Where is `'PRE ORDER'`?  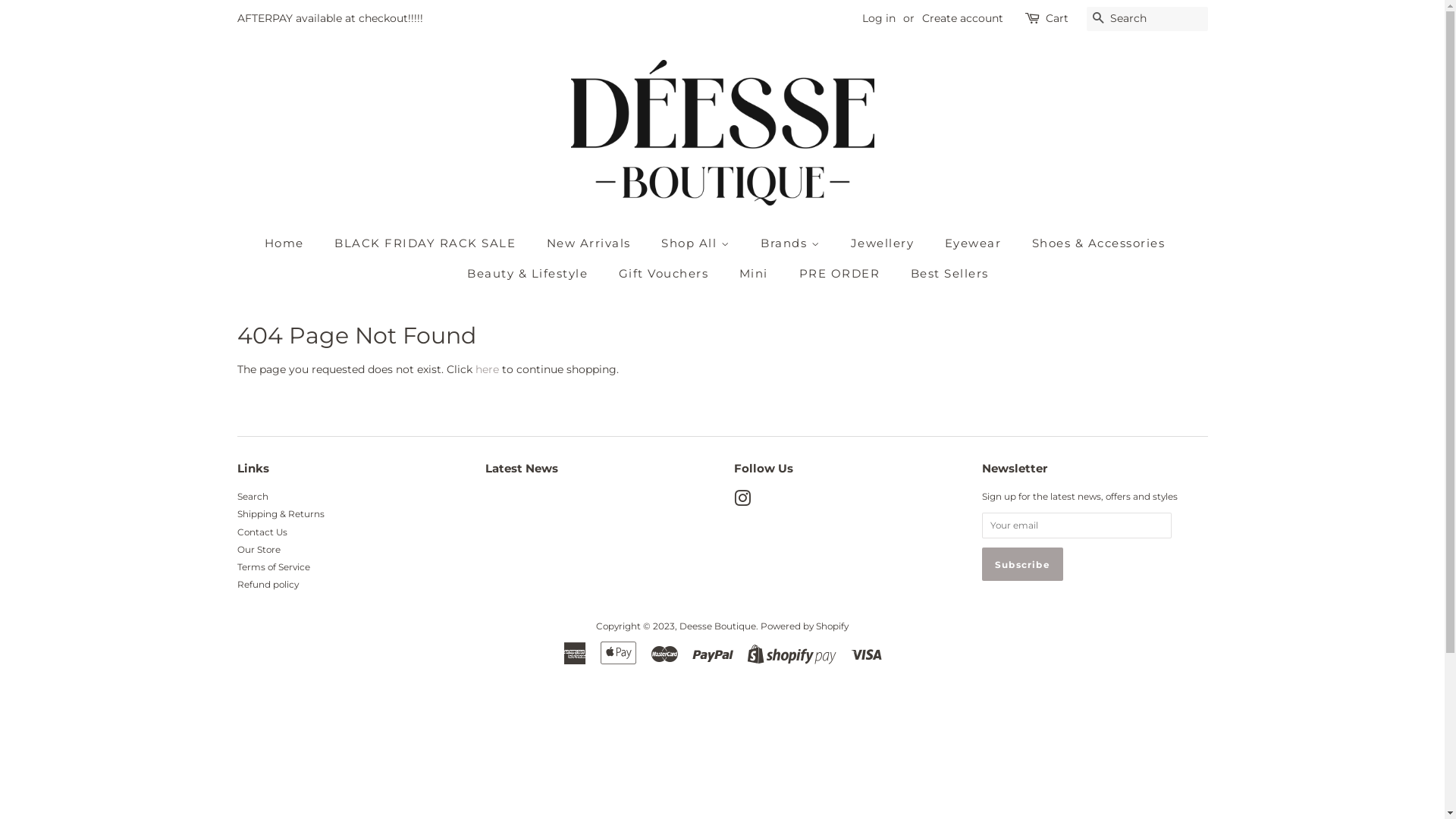 'PRE ORDER' is located at coordinates (840, 274).